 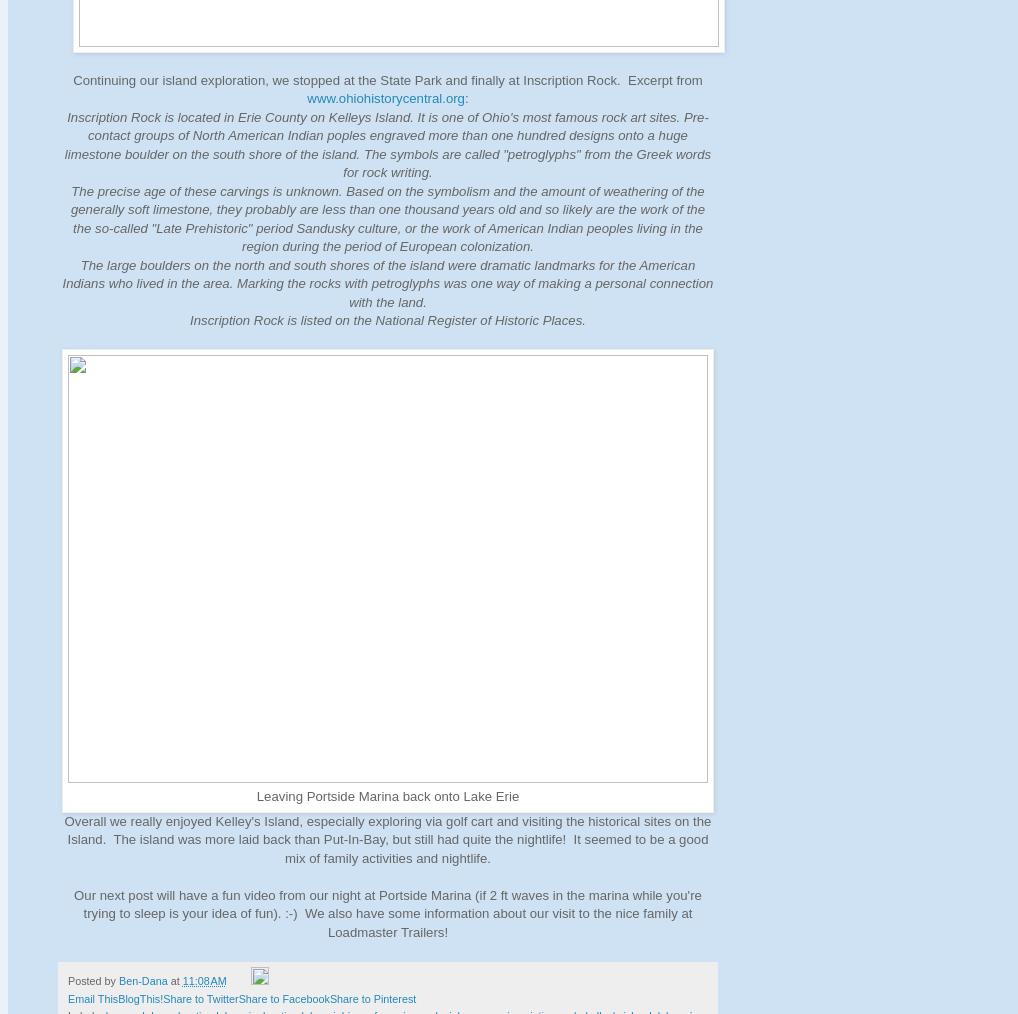 I want to click on 'Inscription Rock is located in Erie County on Kelleys Island. It is 
one of Ohio's most famous rock art sites. Pre-contact groups of North 
American Indian poples engraved more than one hundred designs onto a 
huge limestone boulder on the south shore of the island. The symbols are
 called "petroglyphs" from the Greek words for rock writing.', so click(x=387, y=144).